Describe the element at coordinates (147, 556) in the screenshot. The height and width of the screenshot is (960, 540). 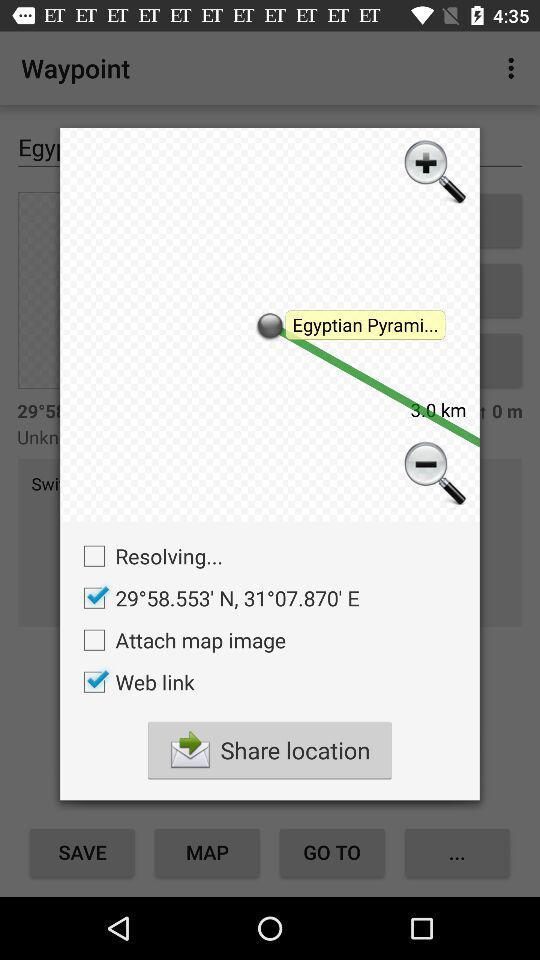
I see `the icon on the left` at that location.